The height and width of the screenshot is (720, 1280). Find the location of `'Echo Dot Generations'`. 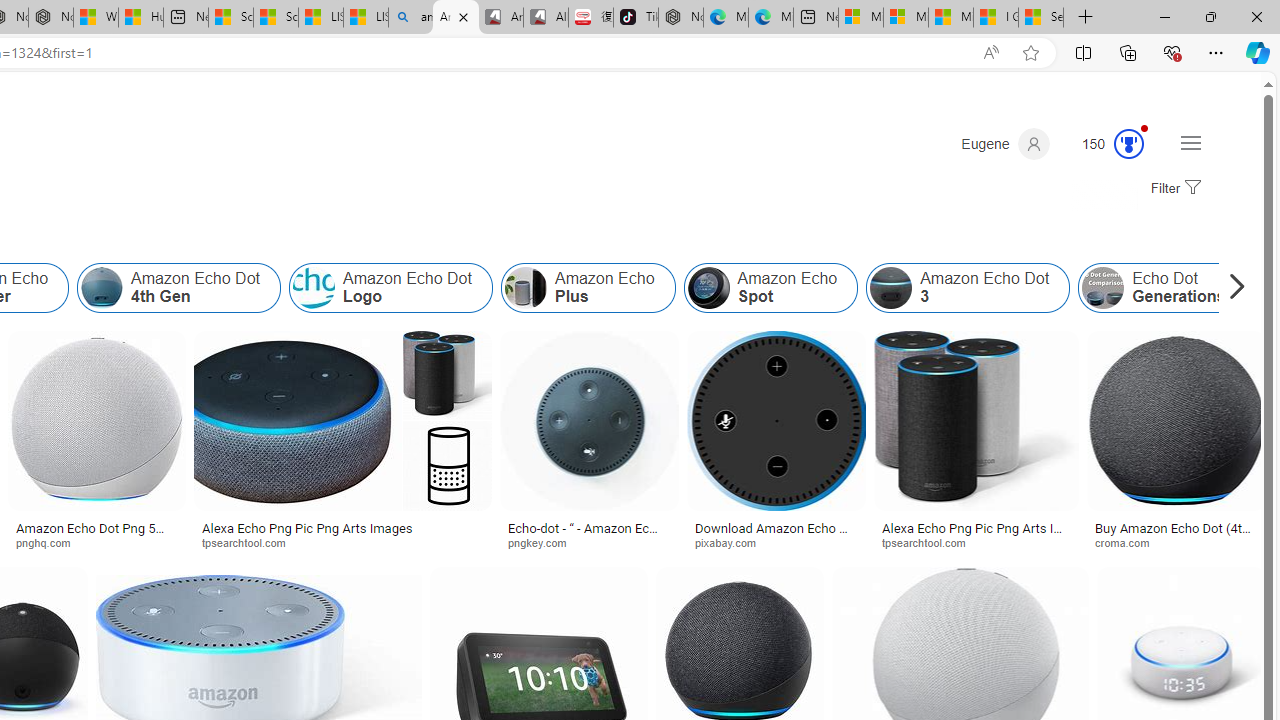

'Echo Dot Generations' is located at coordinates (1162, 288).